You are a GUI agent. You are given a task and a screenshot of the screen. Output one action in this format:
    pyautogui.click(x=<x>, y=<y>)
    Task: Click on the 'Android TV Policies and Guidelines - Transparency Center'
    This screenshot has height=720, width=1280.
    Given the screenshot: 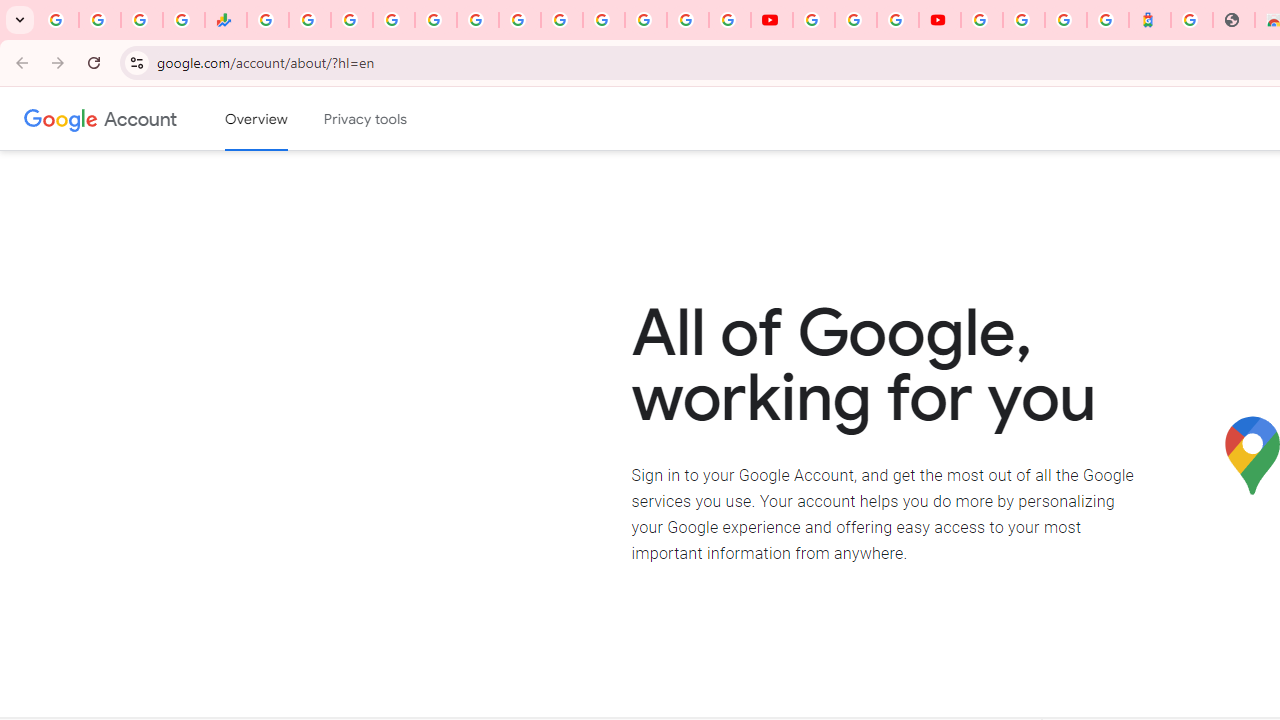 What is the action you would take?
    pyautogui.click(x=520, y=20)
    